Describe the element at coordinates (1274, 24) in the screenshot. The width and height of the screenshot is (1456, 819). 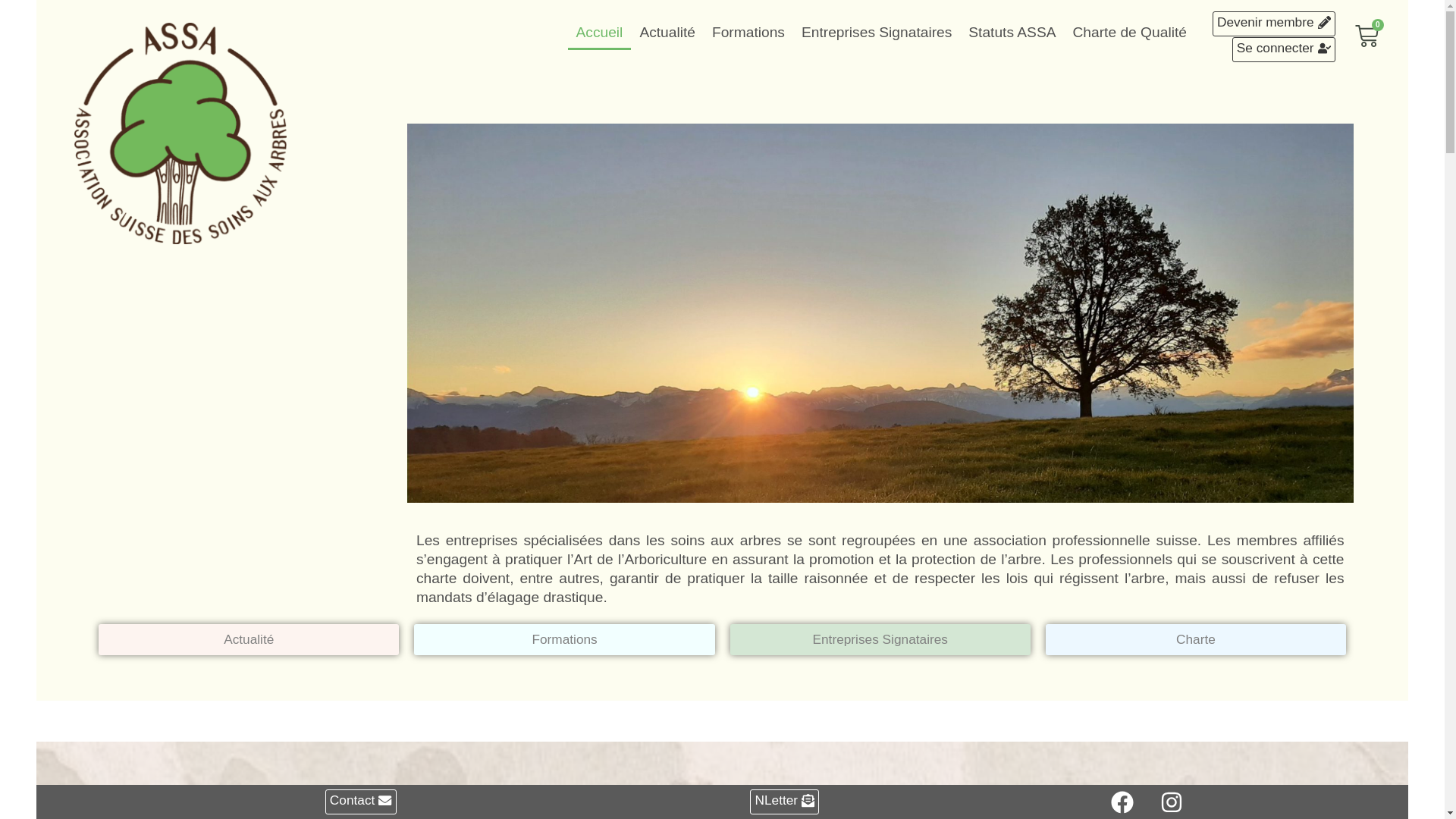
I see `'Devenir membre'` at that location.